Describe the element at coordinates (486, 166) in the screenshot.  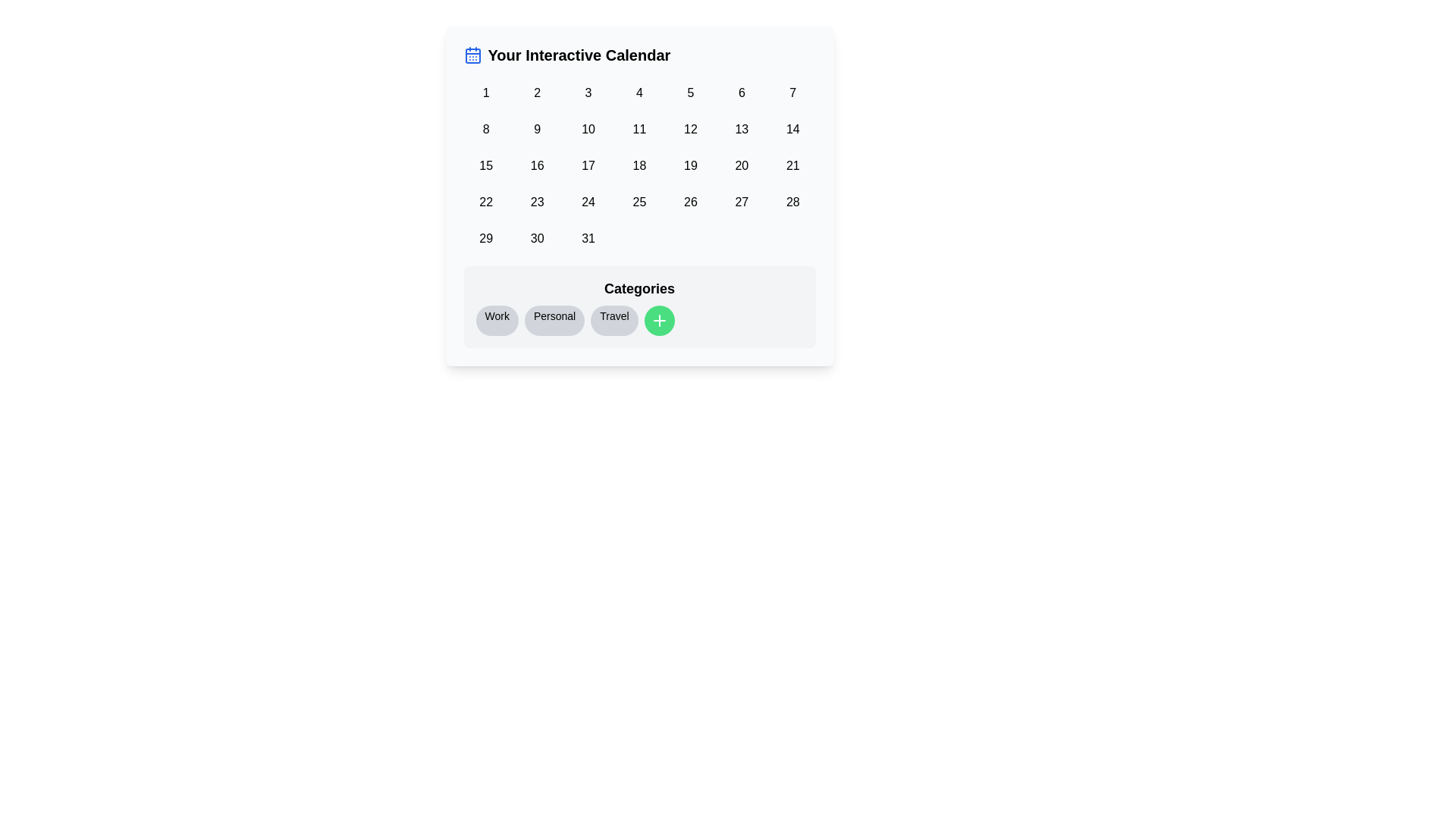
I see `the rectangular button labeled '15' in bold typeface located in the third row, first column of the calendar layout` at that location.